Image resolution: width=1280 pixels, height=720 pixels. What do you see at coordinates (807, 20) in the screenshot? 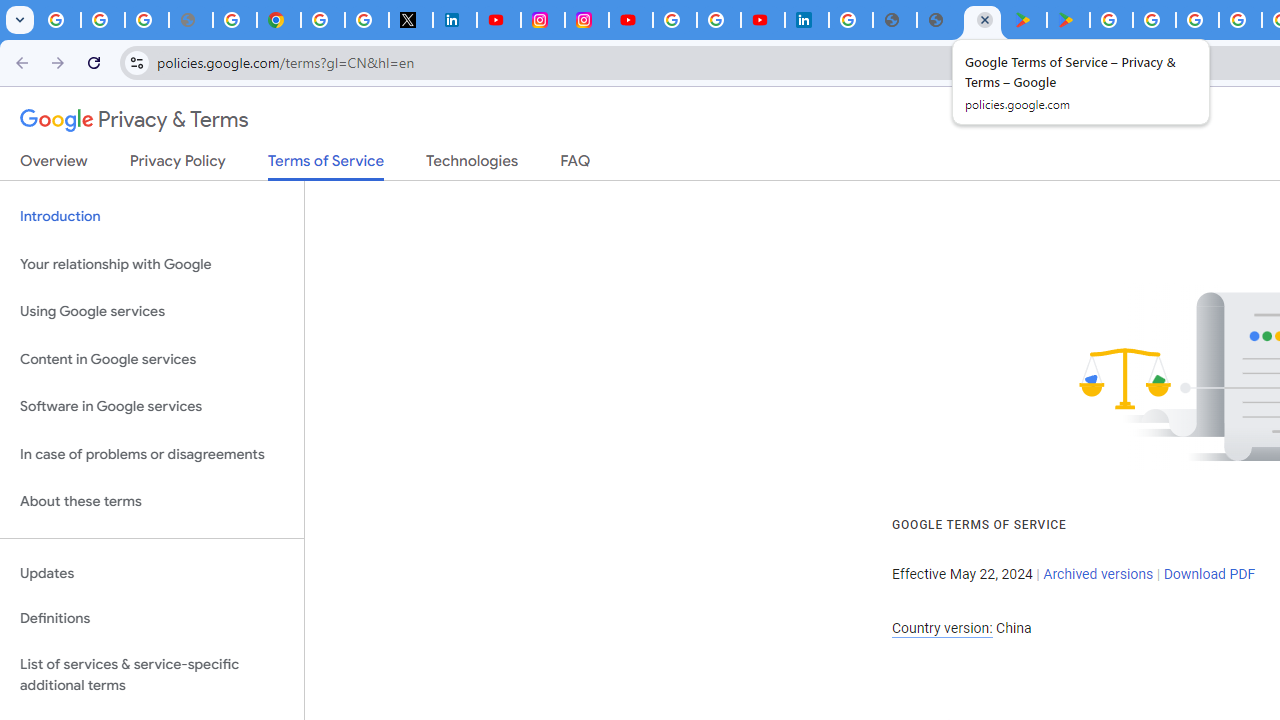
I see `'Identity verification via Persona | LinkedIn Help'` at bounding box center [807, 20].